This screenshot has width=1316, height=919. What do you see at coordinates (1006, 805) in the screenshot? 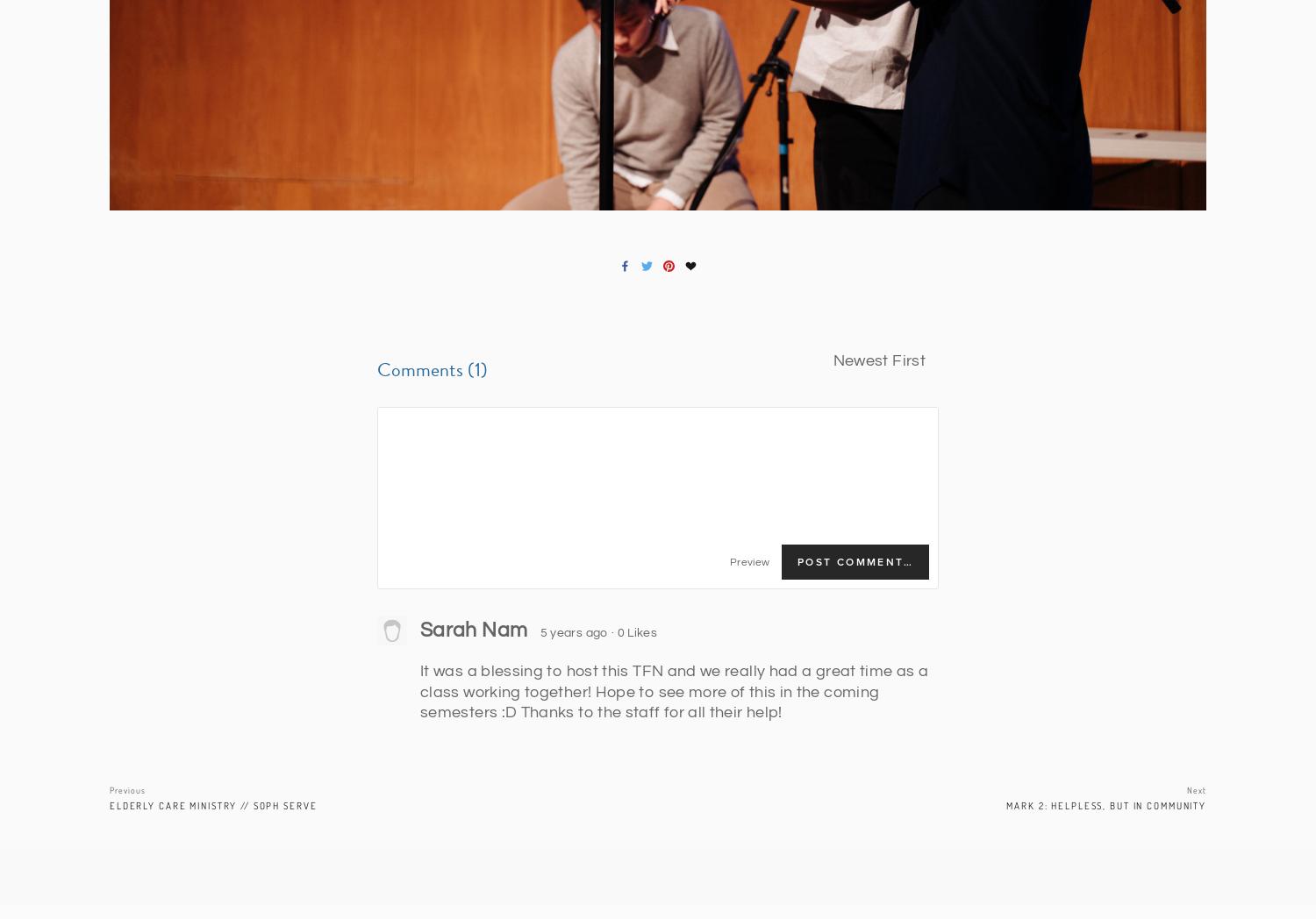
I see `'Mark 2: Helpless, but in Community'` at bounding box center [1006, 805].